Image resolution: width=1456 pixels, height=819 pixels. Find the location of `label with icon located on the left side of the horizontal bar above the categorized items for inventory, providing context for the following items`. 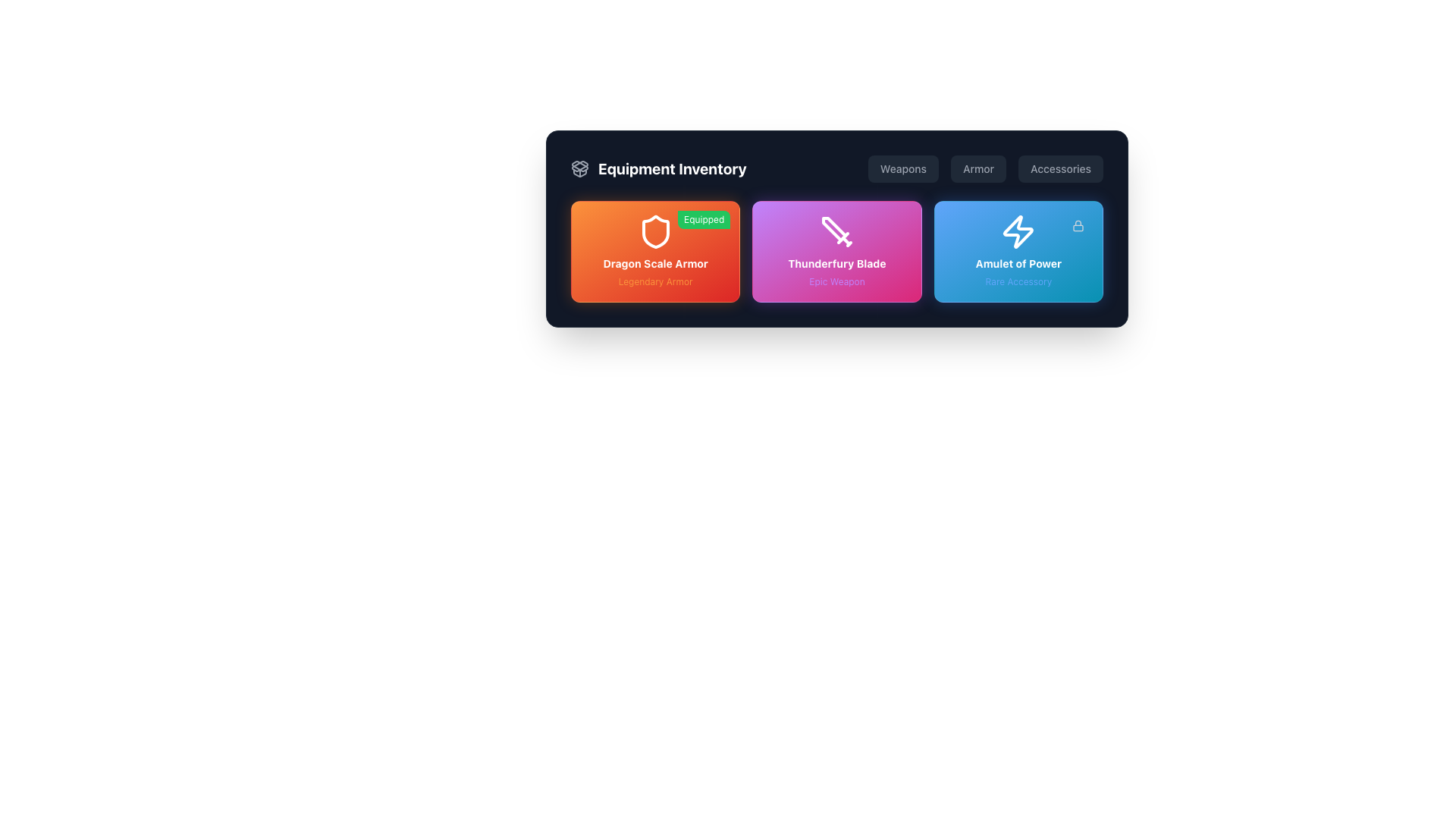

label with icon located on the left side of the horizontal bar above the categorized items for inventory, providing context for the following items is located at coordinates (658, 169).